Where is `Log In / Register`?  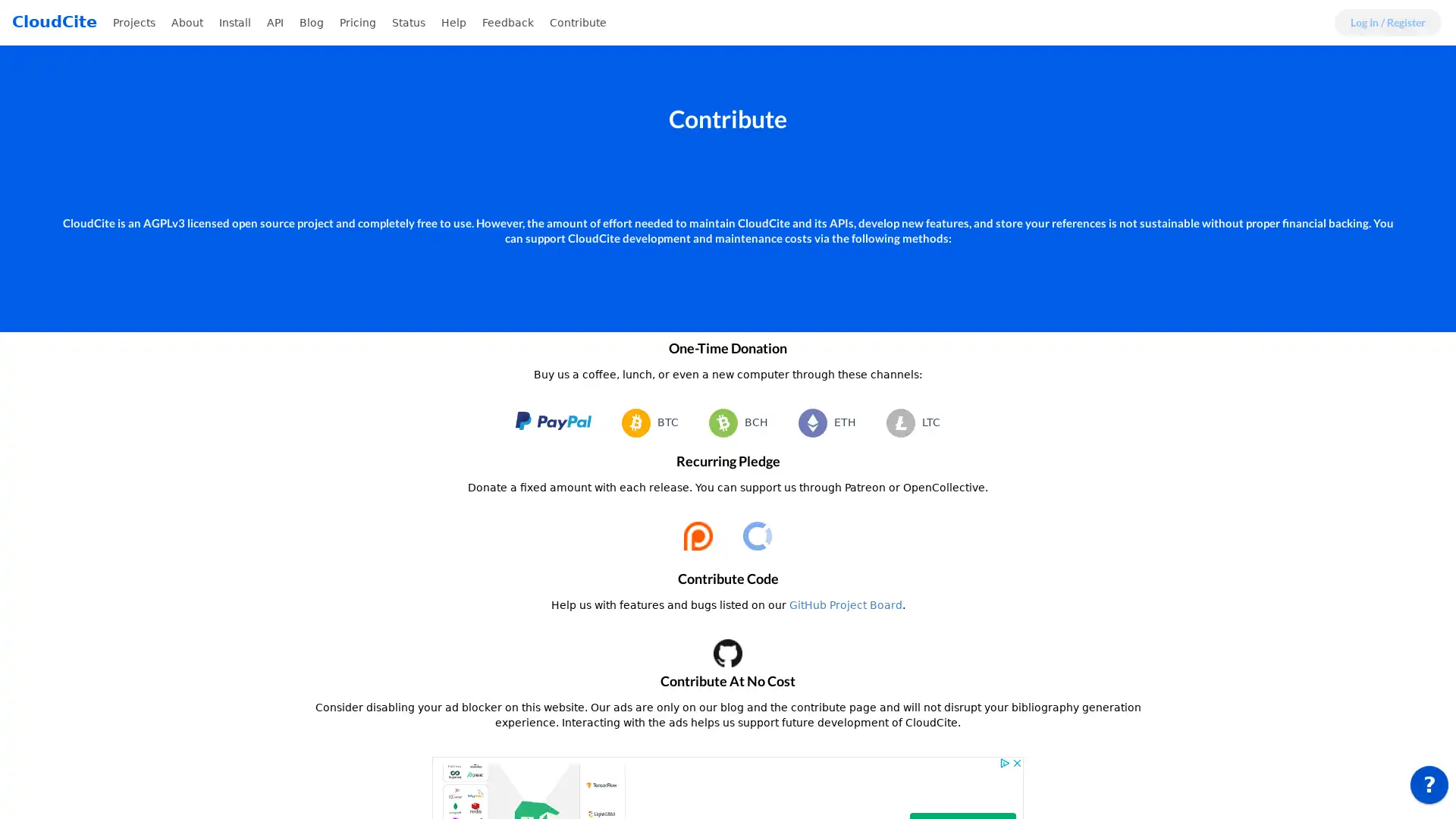 Log In / Register is located at coordinates (1388, 23).